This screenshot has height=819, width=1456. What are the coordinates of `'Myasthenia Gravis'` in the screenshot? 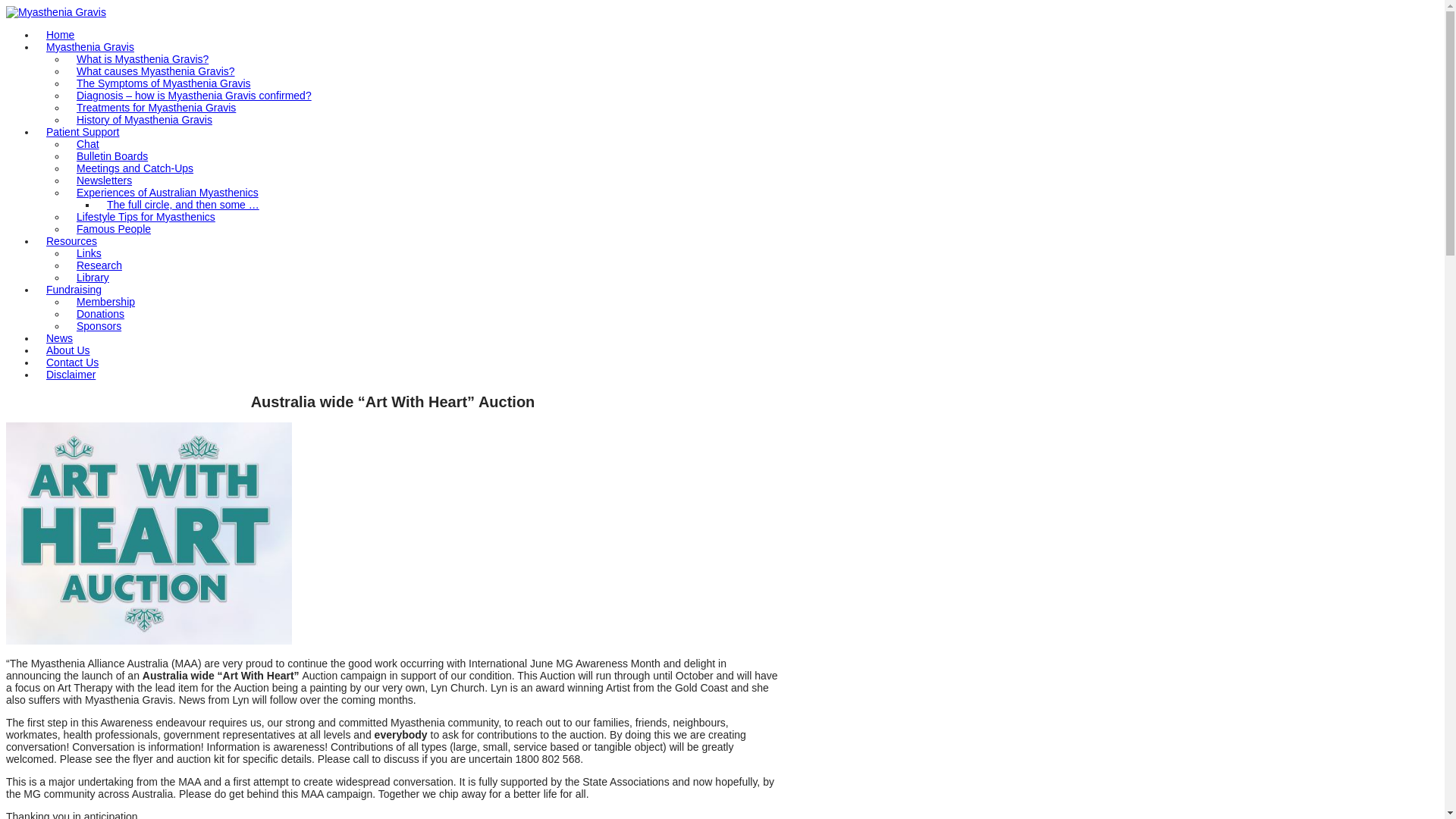 It's located at (55, 11).